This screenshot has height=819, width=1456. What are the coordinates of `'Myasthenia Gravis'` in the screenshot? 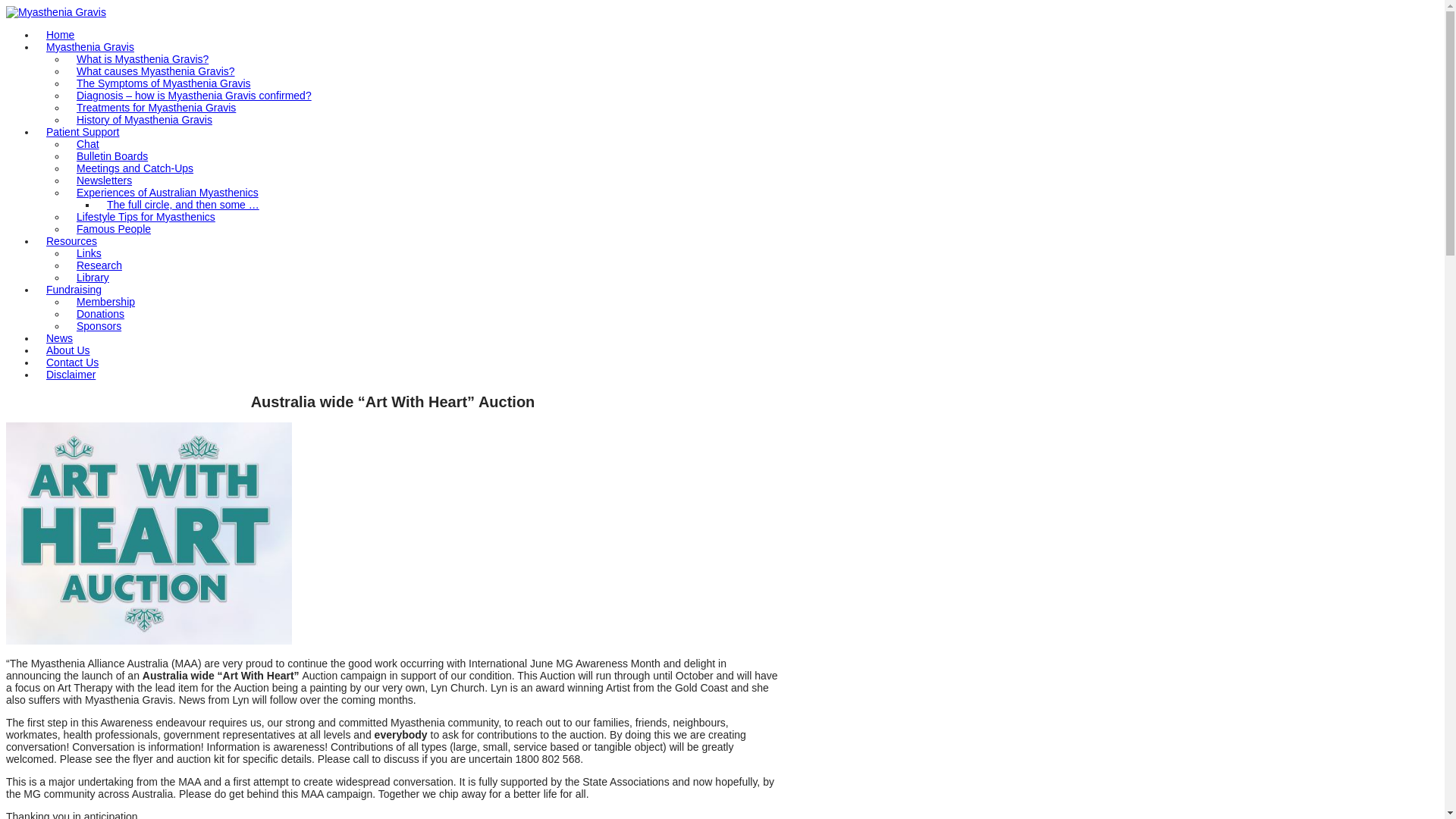 It's located at (55, 11).